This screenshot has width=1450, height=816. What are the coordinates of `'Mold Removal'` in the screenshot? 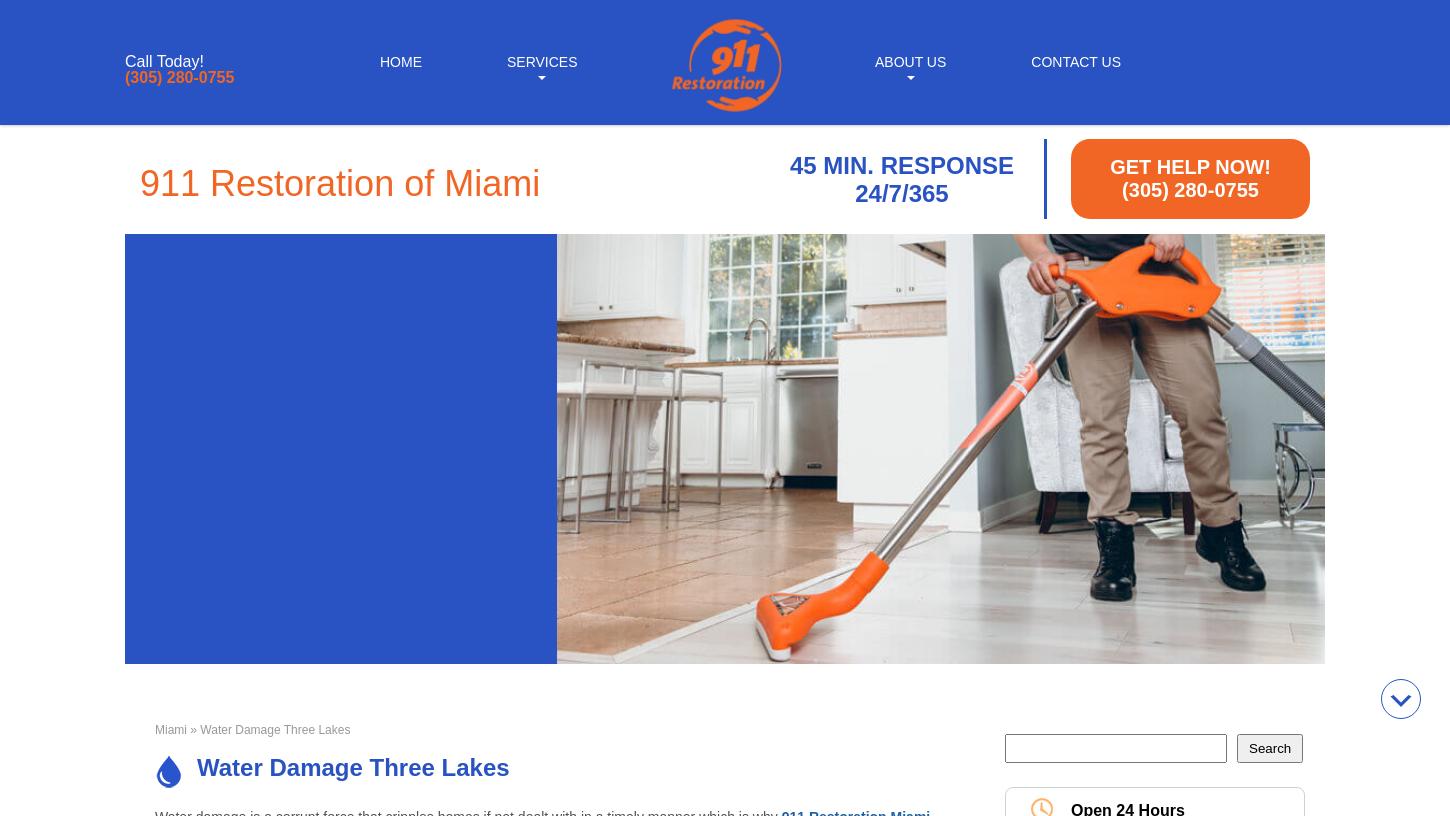 It's located at (540, 215).